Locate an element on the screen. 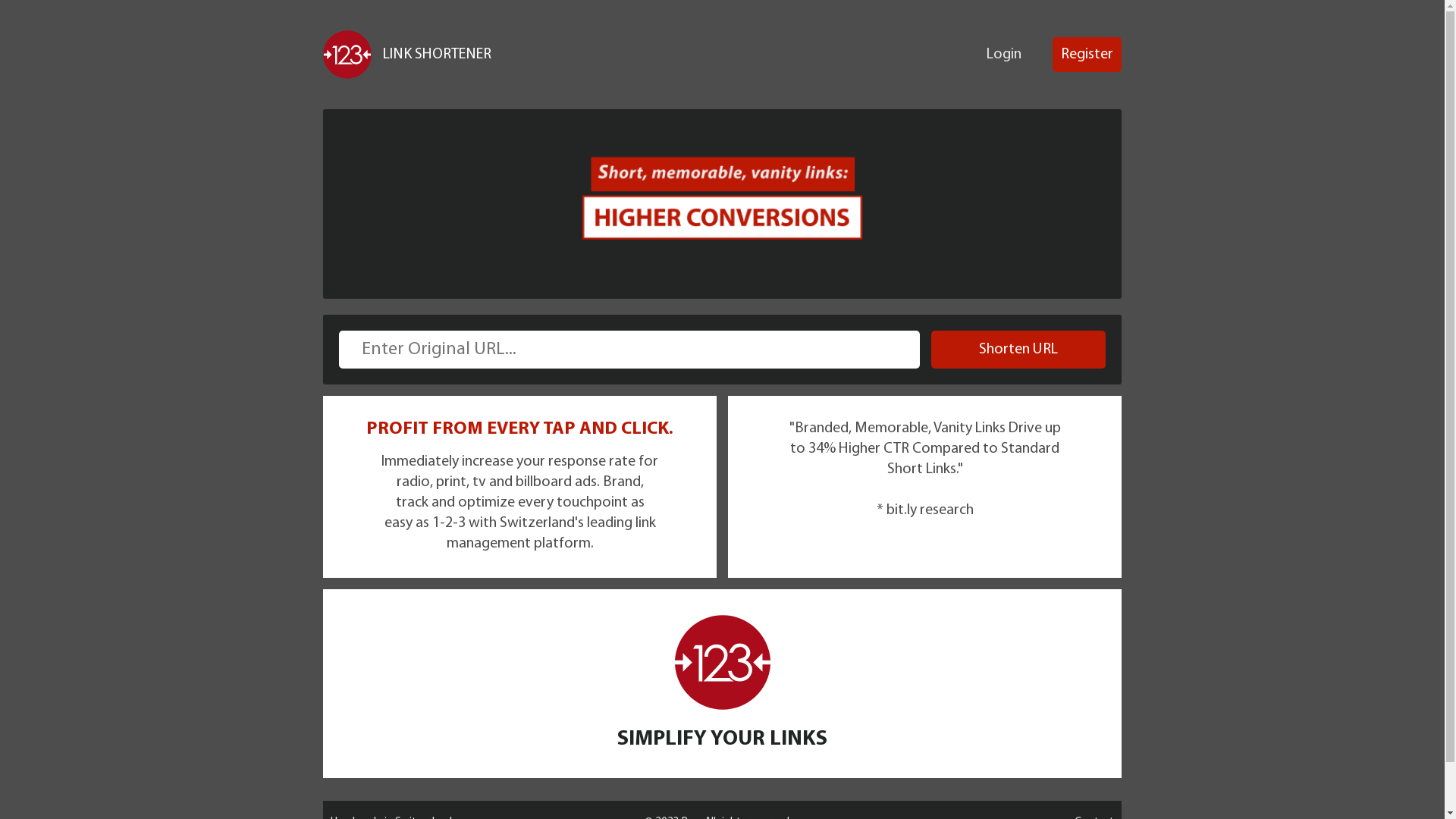 This screenshot has height=819, width=1456. 'Login' is located at coordinates (1004, 54).